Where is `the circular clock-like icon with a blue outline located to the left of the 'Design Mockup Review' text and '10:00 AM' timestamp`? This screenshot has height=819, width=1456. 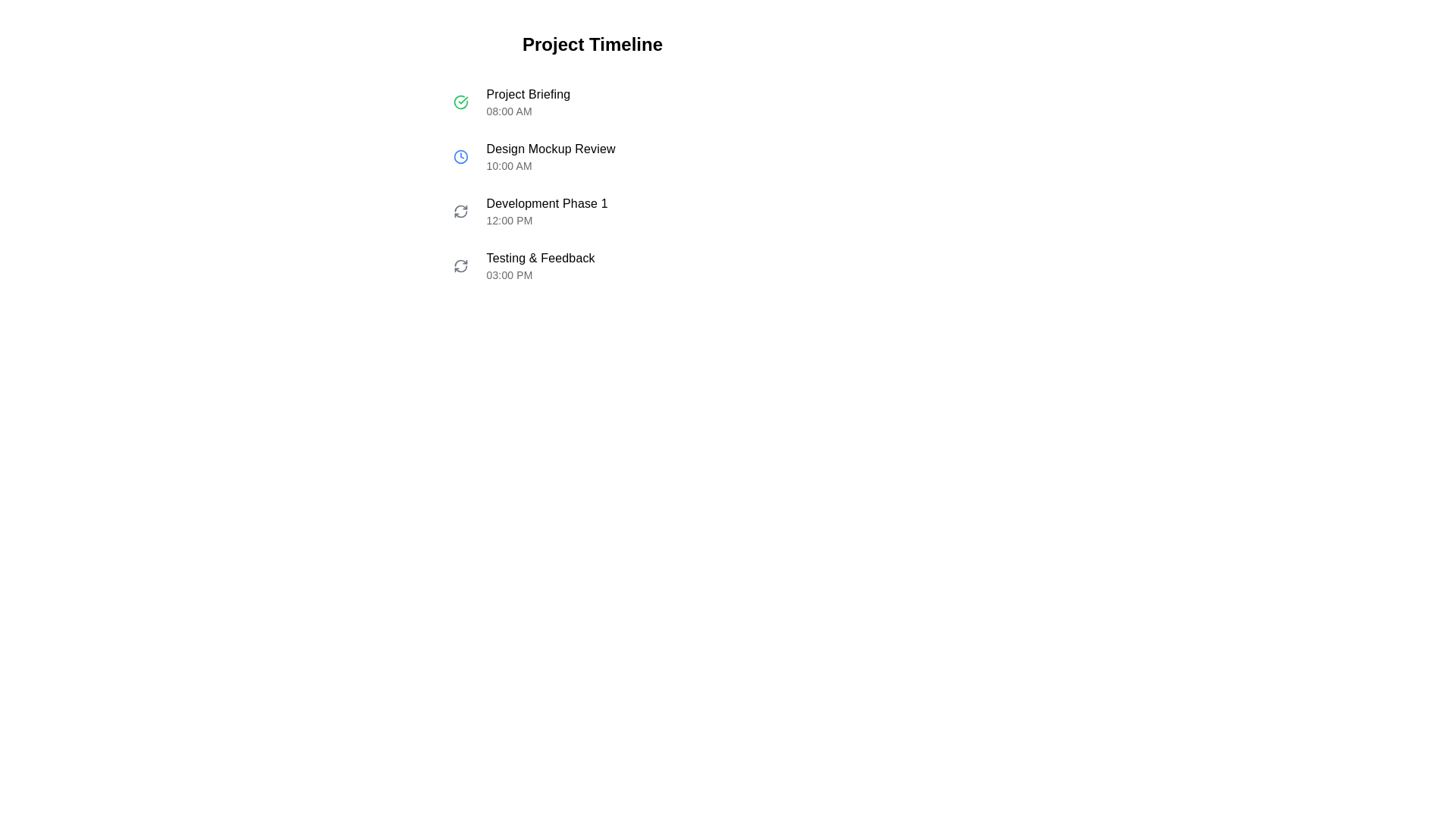
the circular clock-like icon with a blue outline located to the left of the 'Design Mockup Review' text and '10:00 AM' timestamp is located at coordinates (460, 157).